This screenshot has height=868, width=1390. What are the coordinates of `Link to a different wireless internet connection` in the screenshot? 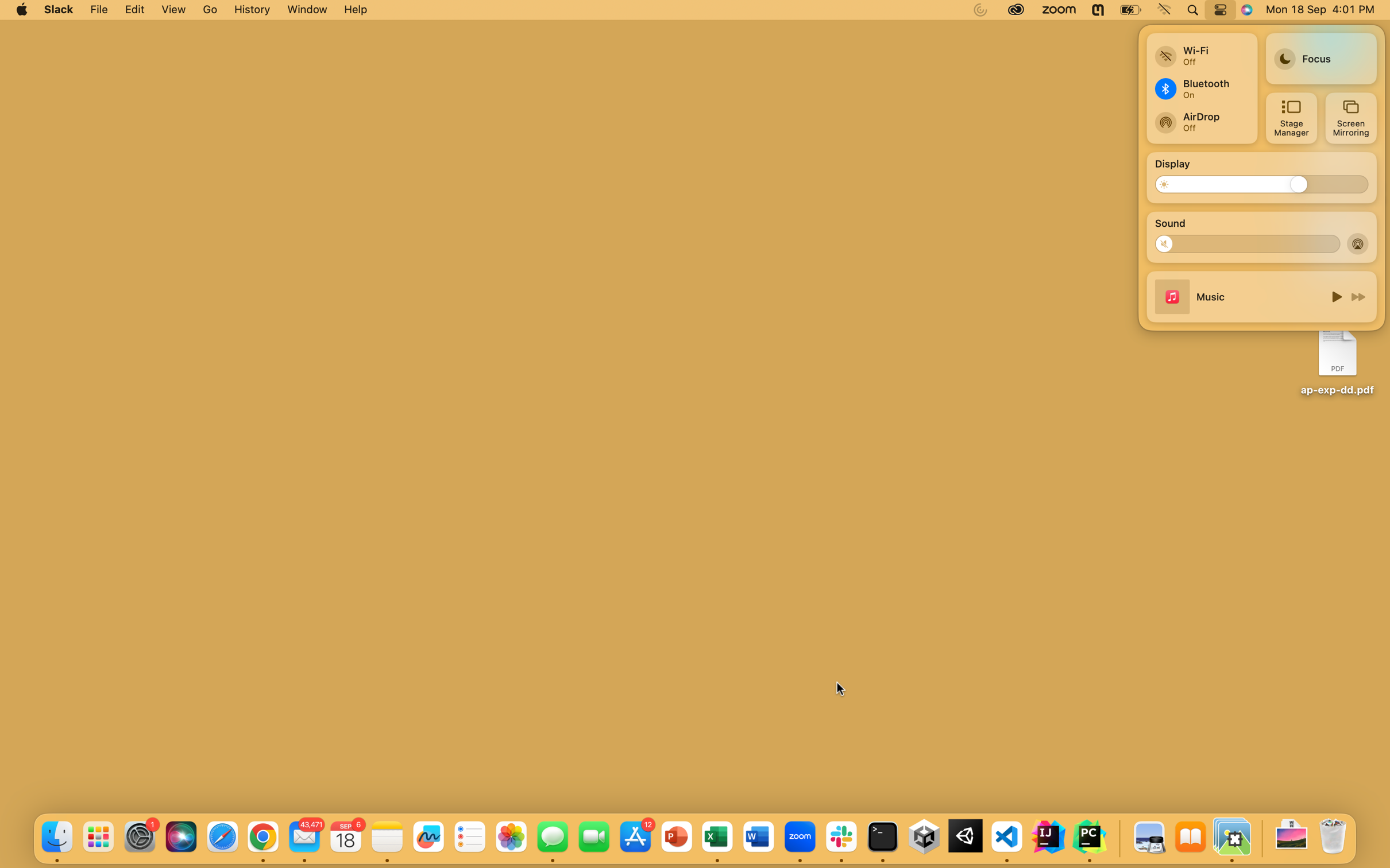 It's located at (1200, 51).